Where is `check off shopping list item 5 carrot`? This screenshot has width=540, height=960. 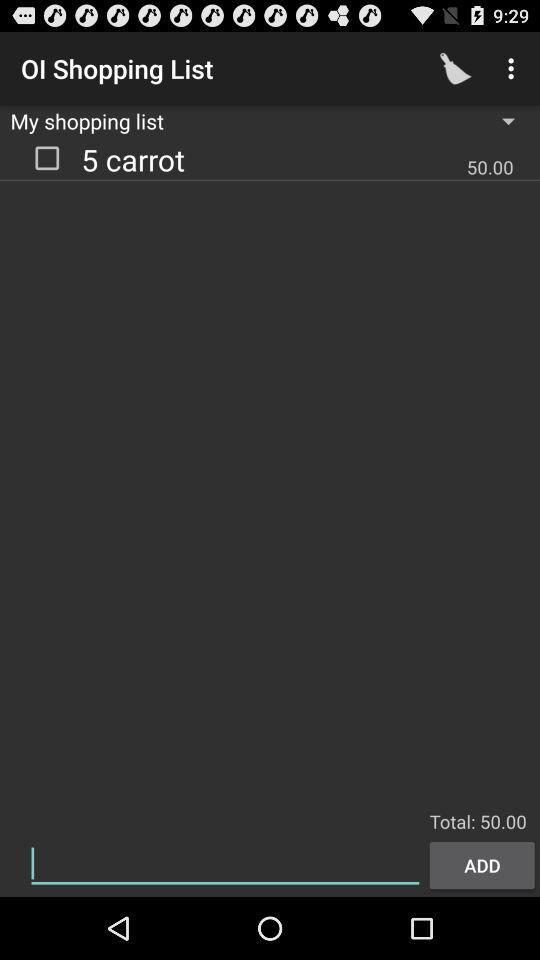
check off shopping list item 5 carrot is located at coordinates (47, 156).